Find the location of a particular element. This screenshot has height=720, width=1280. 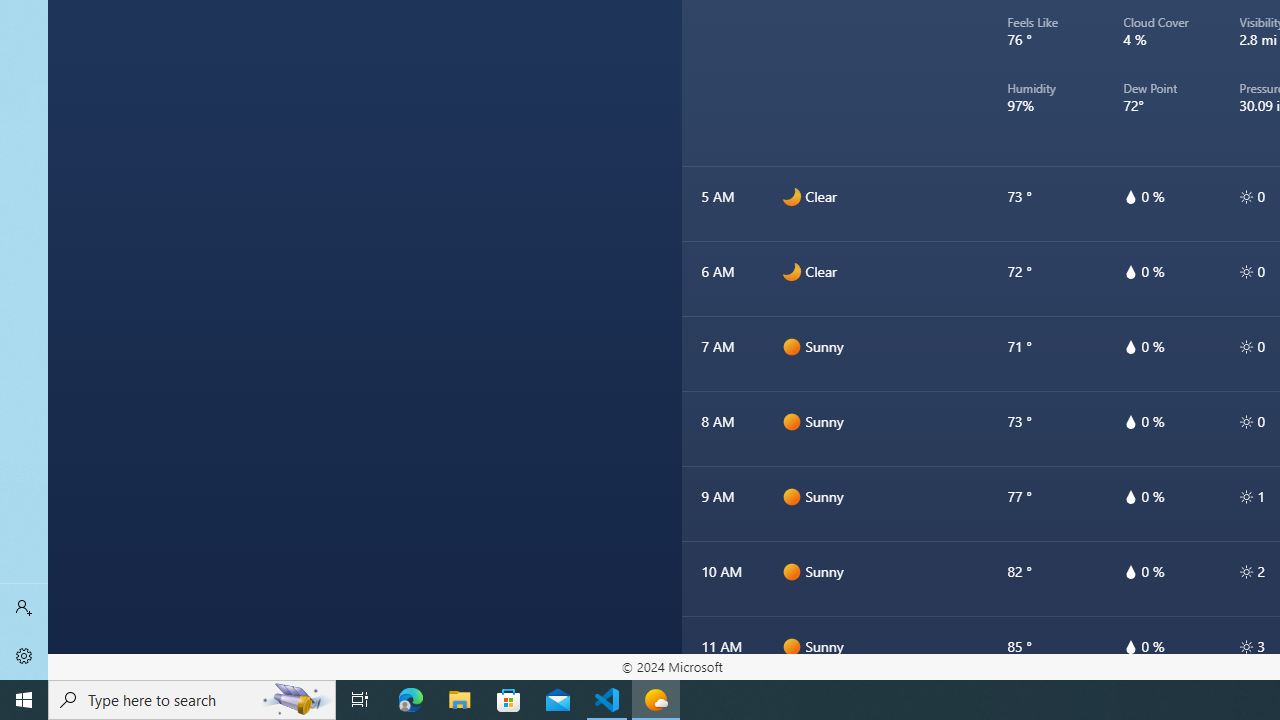

'Search highlights icon opens search home window' is located at coordinates (294, 698).